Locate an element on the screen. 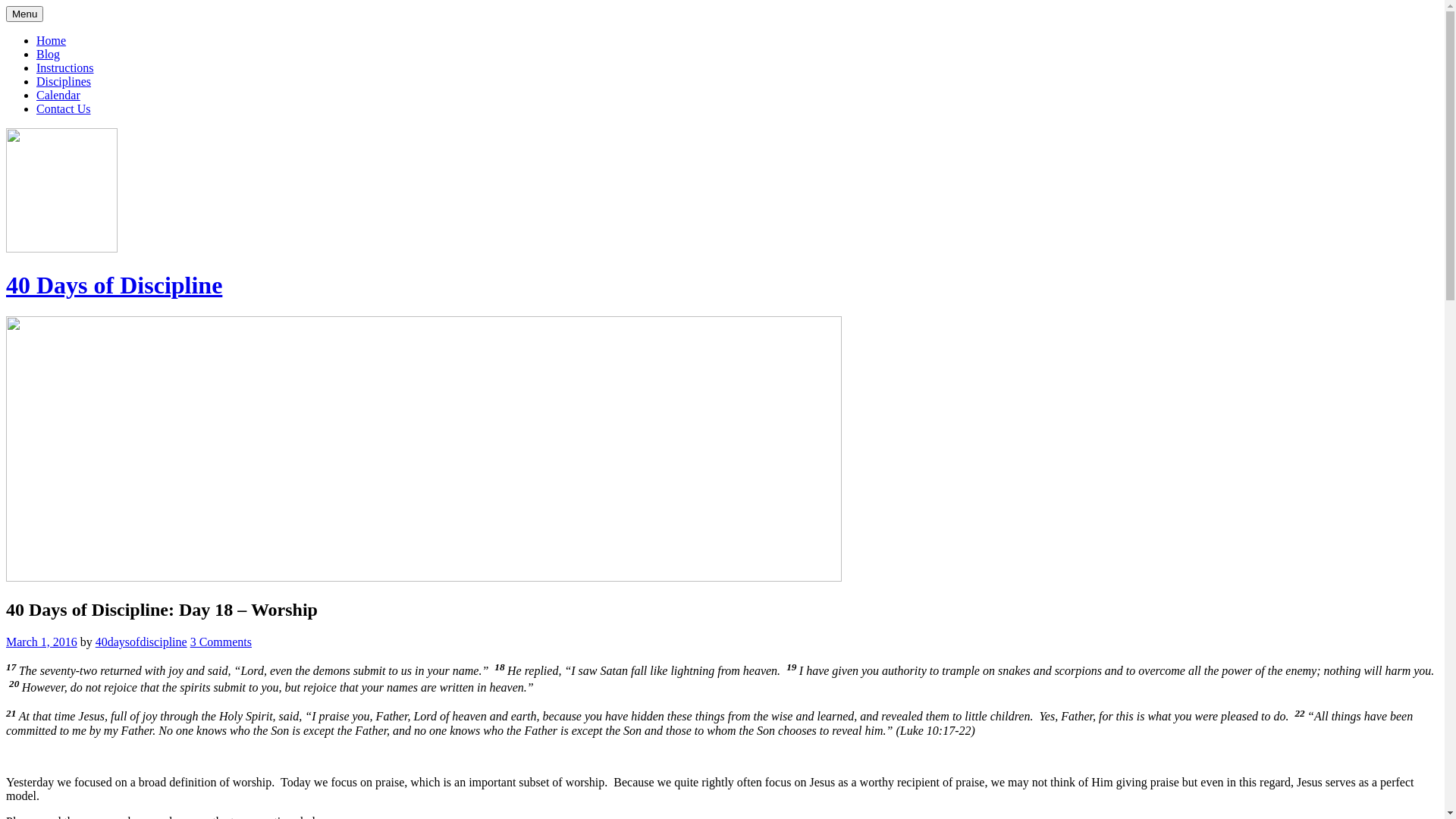 The height and width of the screenshot is (819, 1456). '3 Comments' is located at coordinates (220, 642).